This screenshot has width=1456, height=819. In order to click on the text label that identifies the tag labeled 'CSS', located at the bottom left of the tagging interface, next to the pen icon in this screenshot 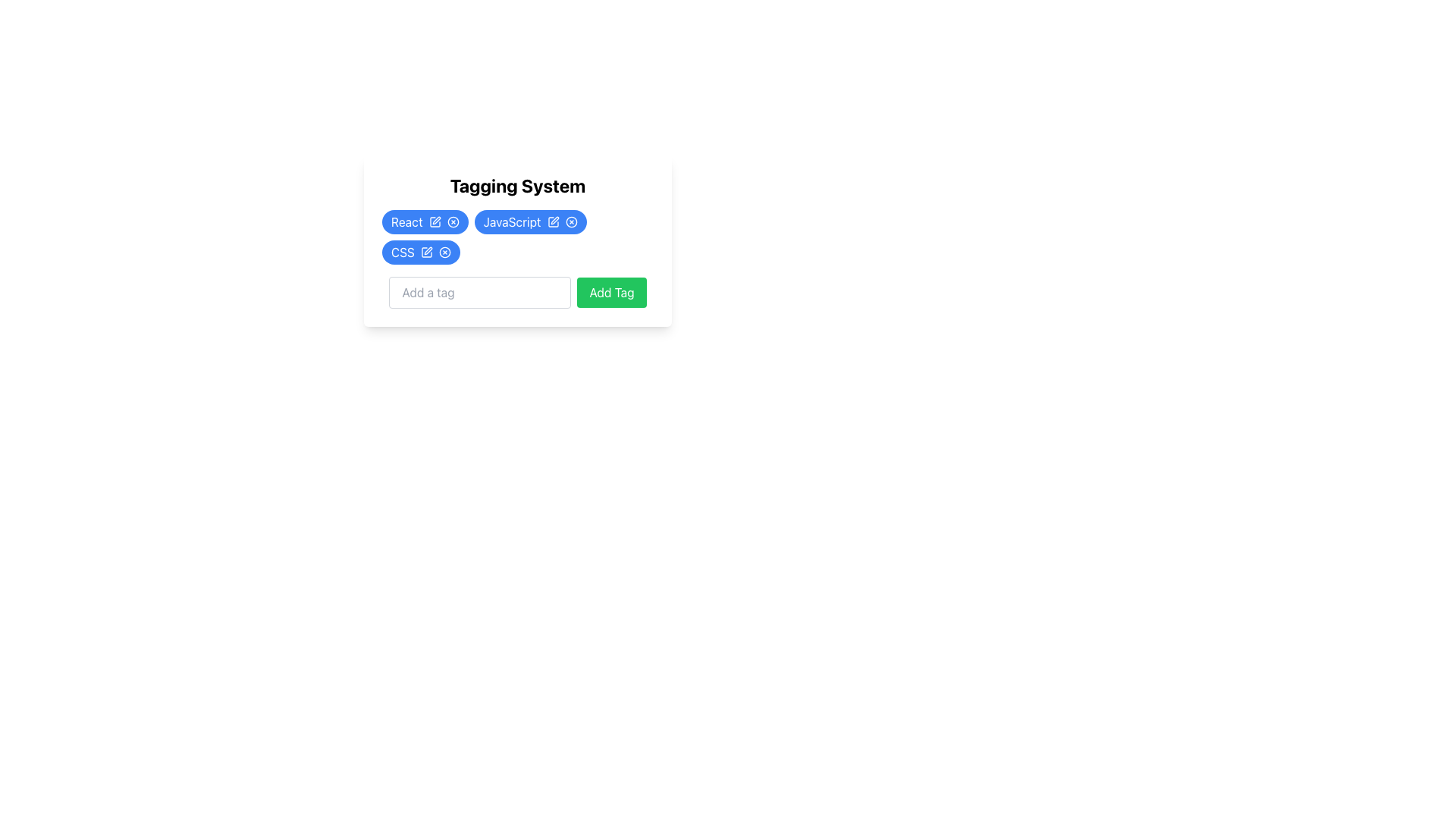, I will do `click(403, 251)`.